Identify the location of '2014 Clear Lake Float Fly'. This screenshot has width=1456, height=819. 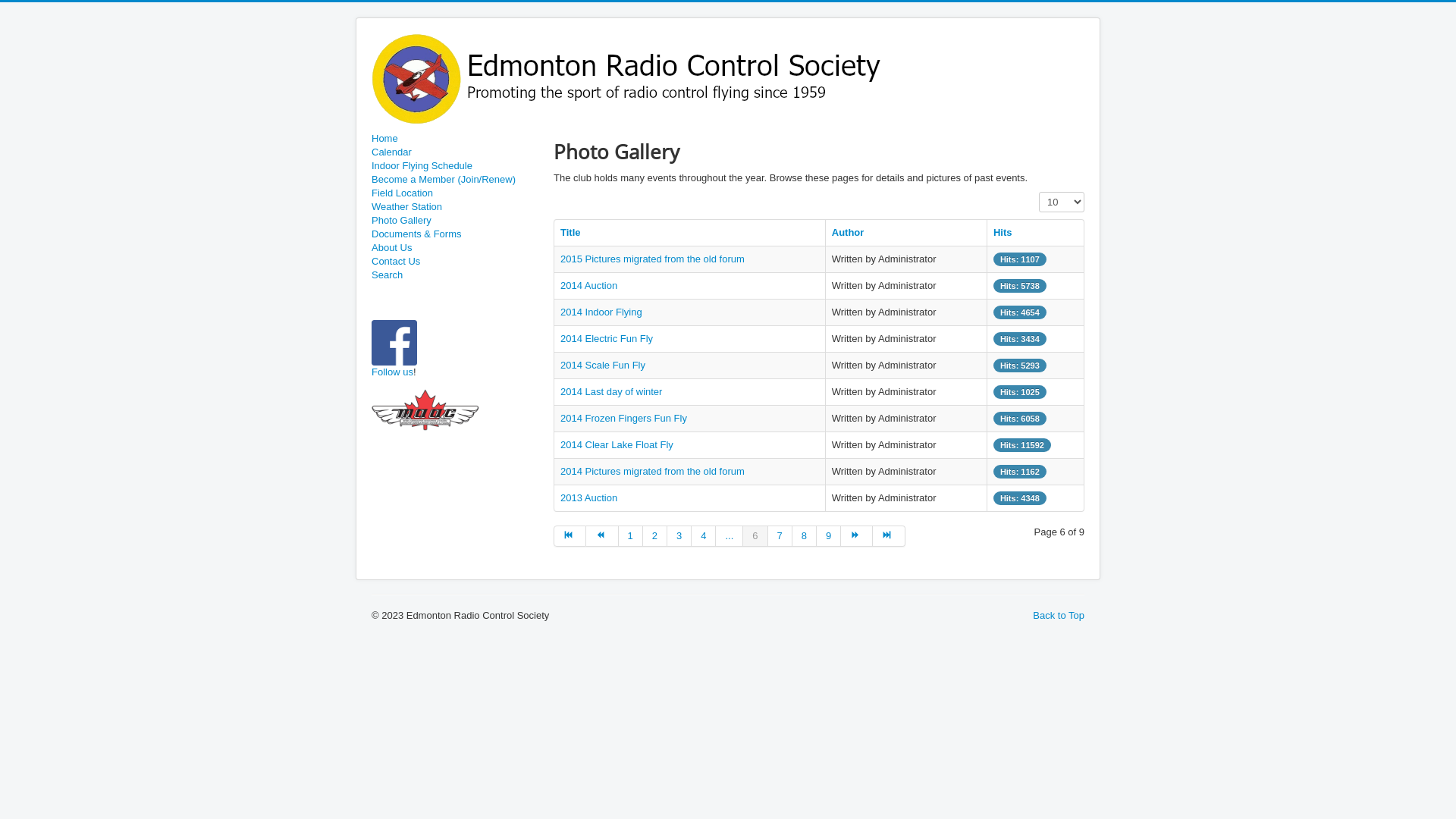
(560, 444).